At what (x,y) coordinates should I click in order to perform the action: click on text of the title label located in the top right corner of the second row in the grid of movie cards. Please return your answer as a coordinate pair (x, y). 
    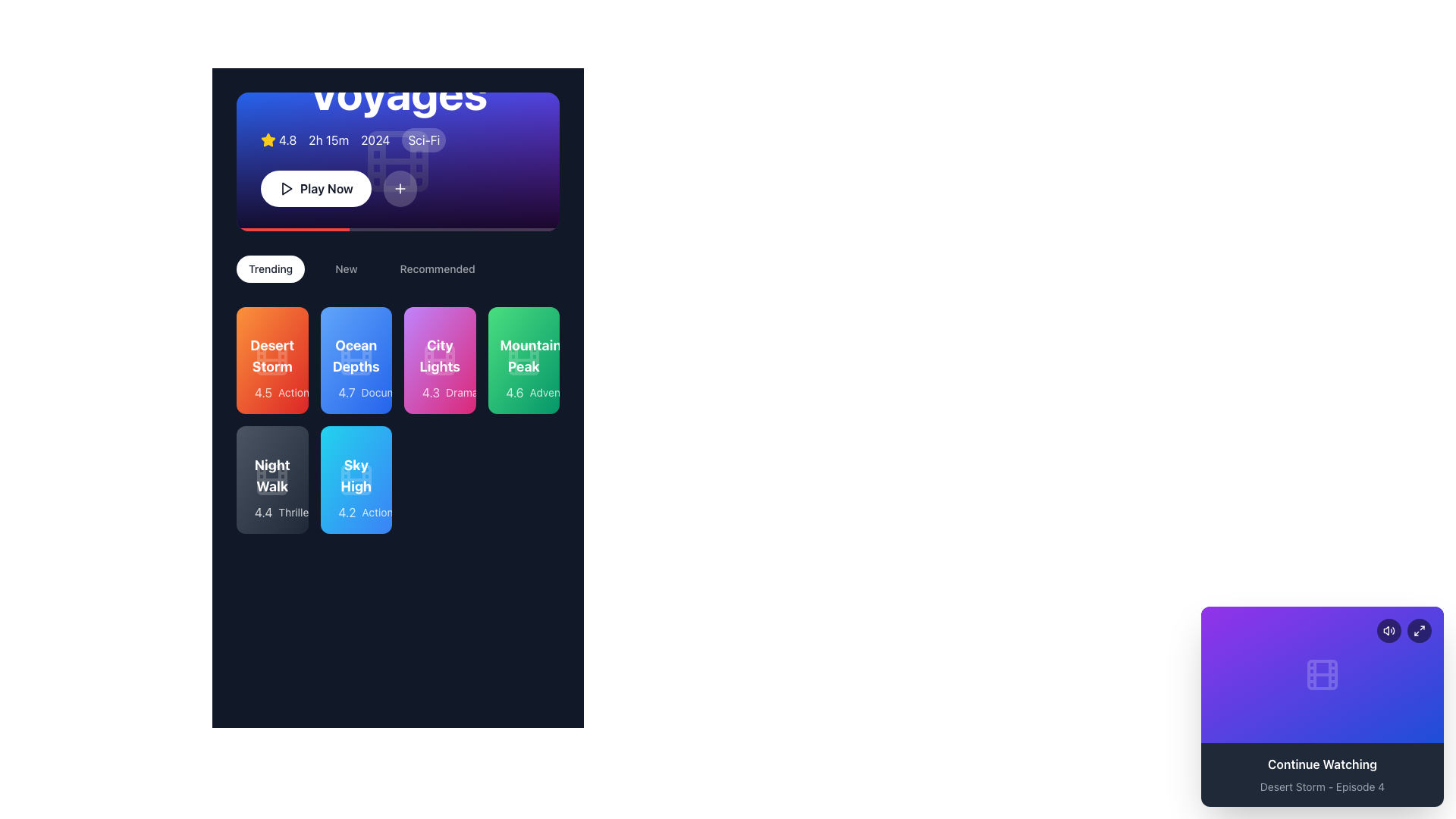
    Looking at the image, I should click on (523, 356).